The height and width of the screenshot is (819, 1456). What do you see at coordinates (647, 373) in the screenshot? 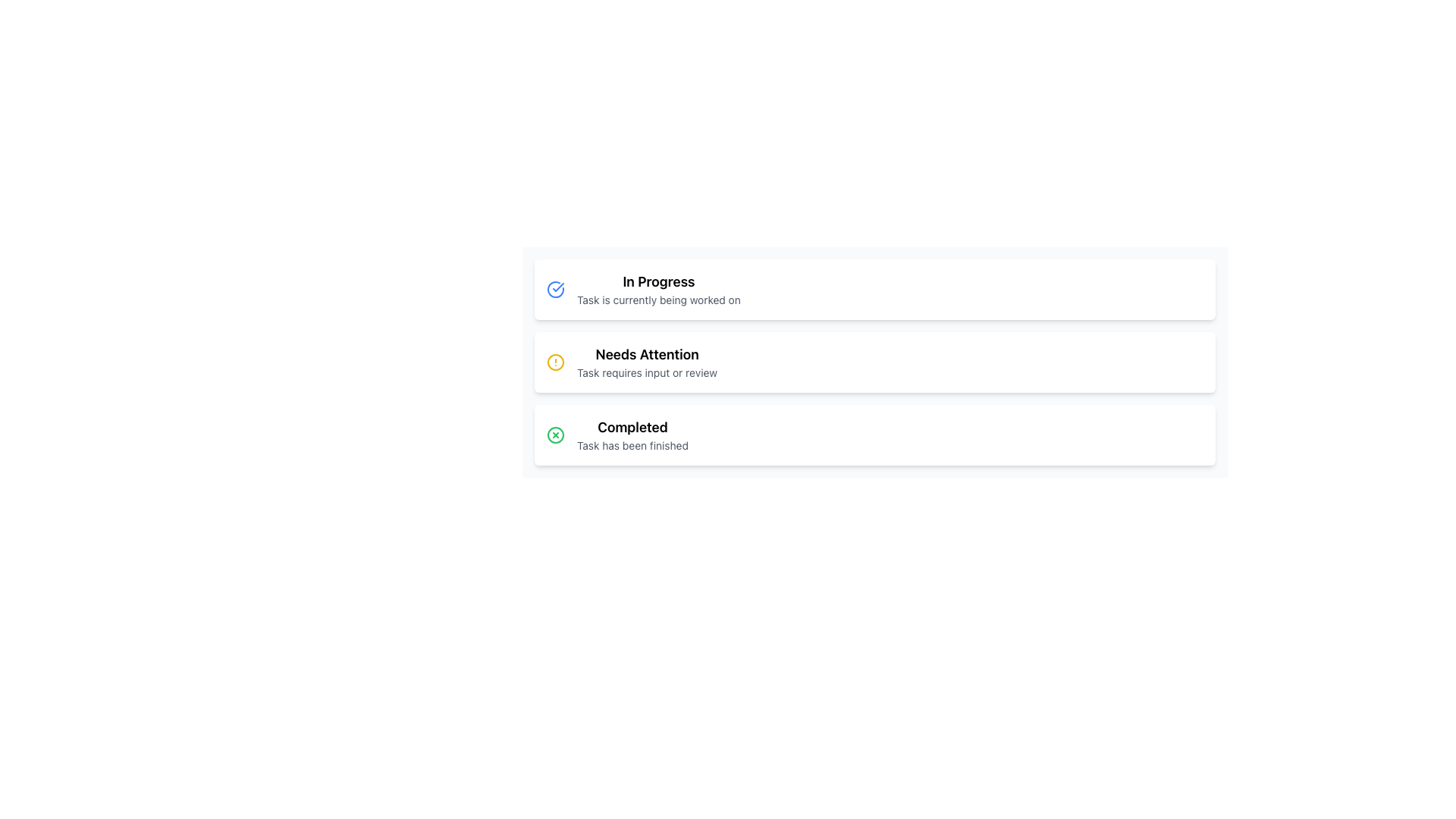
I see `text content of the text label that states 'Task requires input or review', which is styled in gray and located below the 'Needs Attention' heading` at bounding box center [647, 373].